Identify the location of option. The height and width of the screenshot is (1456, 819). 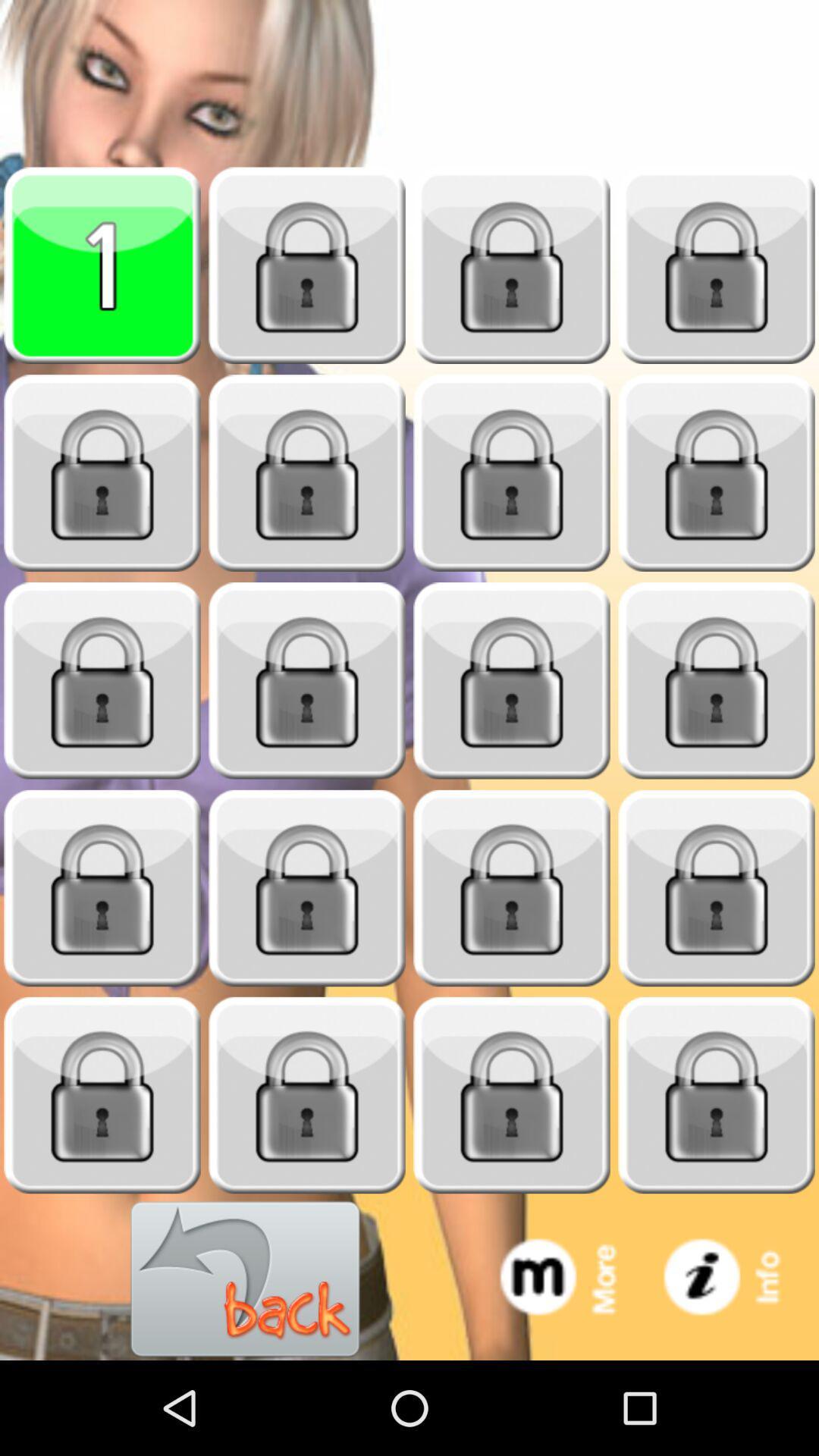
(102, 680).